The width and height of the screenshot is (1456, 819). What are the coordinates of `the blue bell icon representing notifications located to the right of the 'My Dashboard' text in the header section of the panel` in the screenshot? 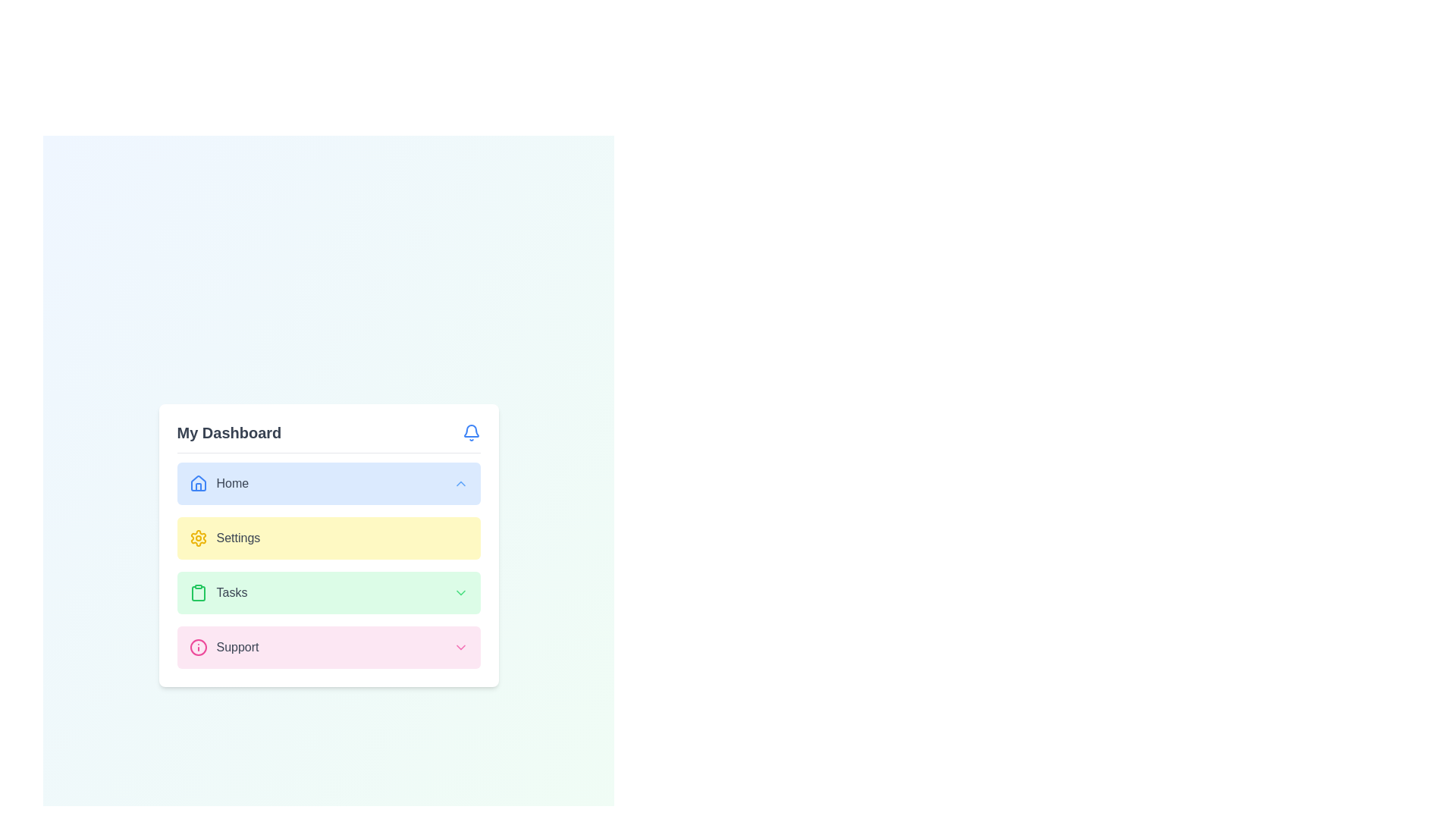 It's located at (470, 432).